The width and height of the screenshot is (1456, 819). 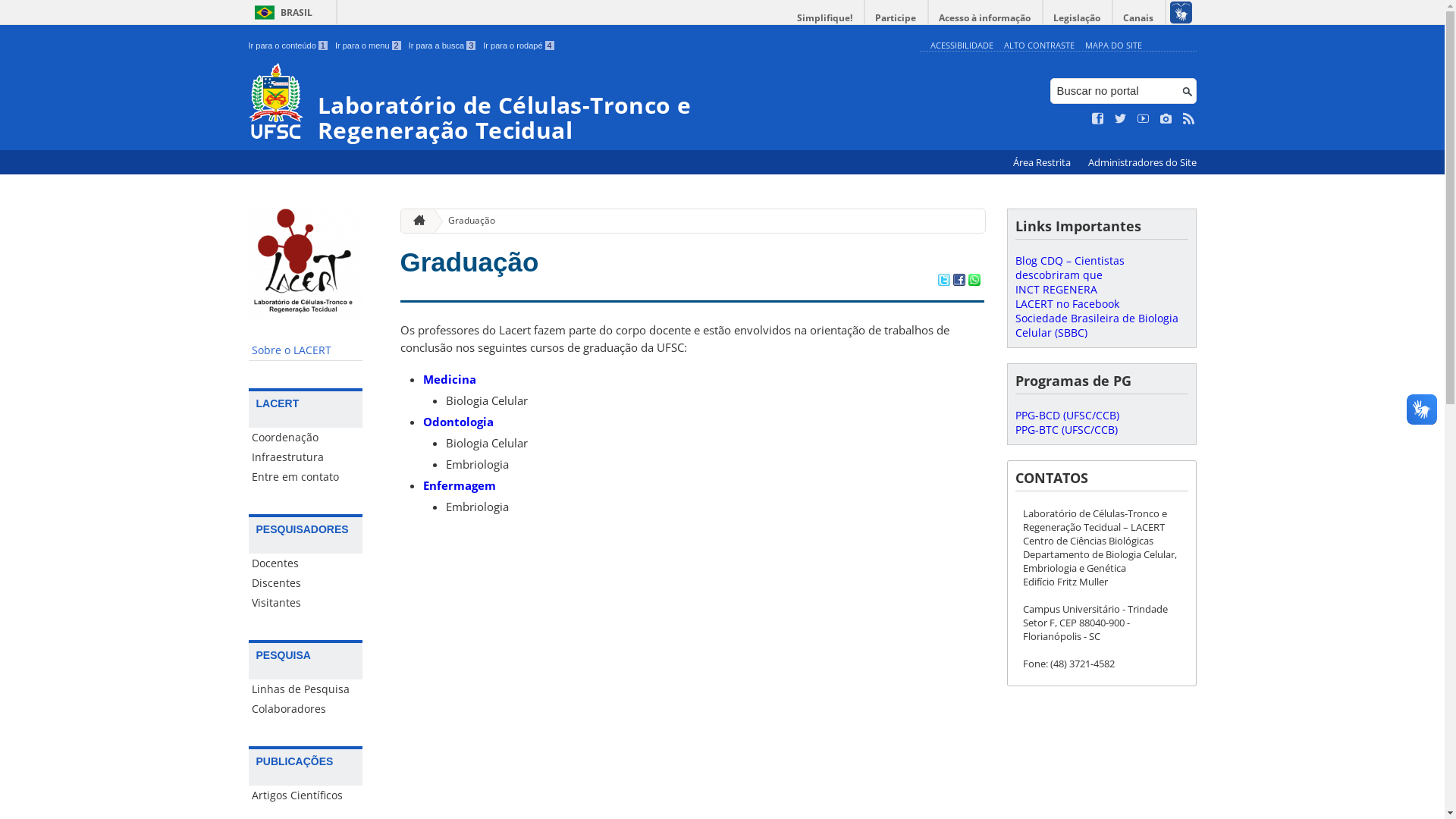 What do you see at coordinates (441, 45) in the screenshot?
I see `'Ir para a busca 3'` at bounding box center [441, 45].